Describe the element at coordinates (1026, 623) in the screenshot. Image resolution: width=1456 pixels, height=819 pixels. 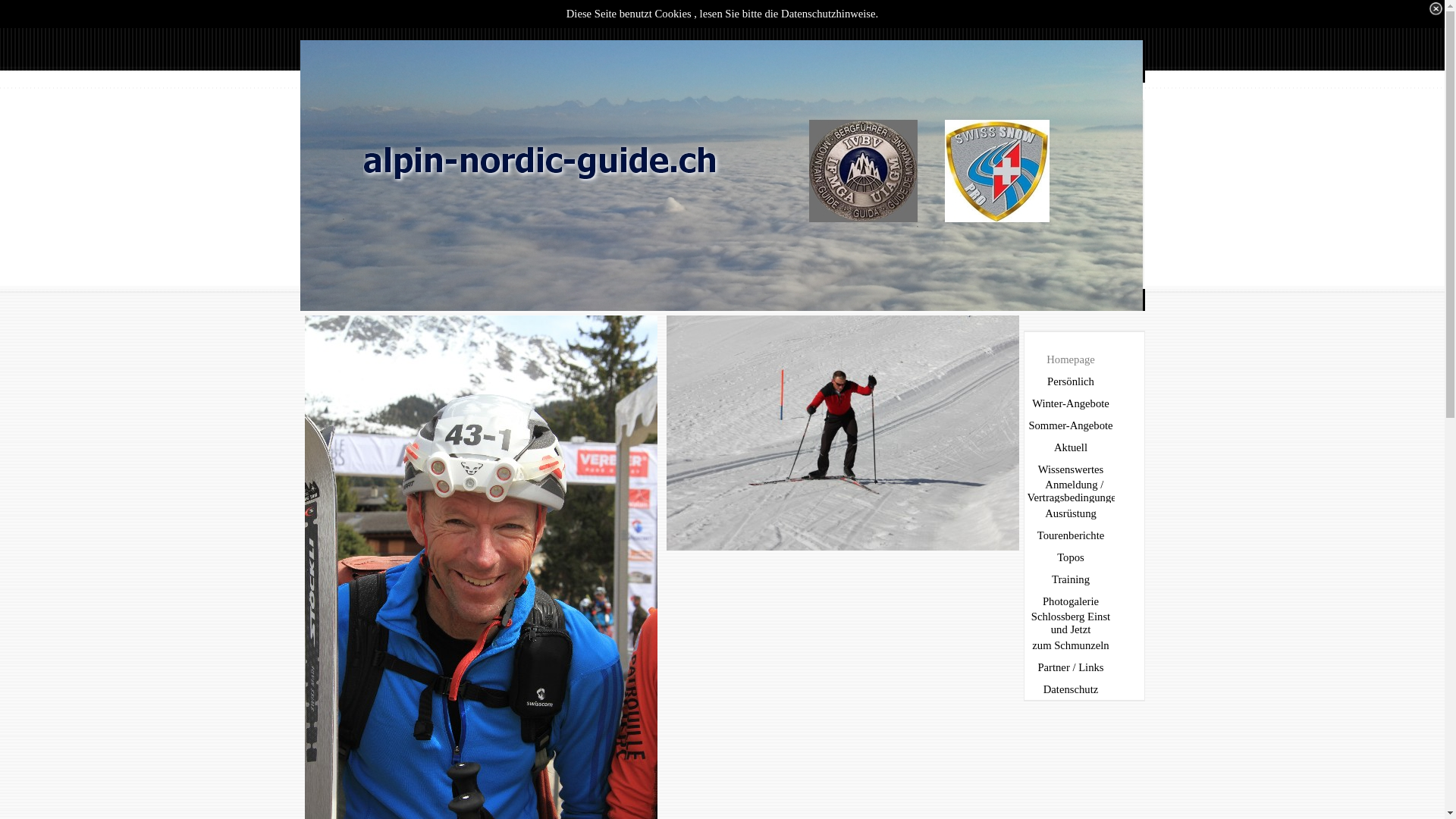
I see `'Schlossberg Einst und Jetzt'` at that location.